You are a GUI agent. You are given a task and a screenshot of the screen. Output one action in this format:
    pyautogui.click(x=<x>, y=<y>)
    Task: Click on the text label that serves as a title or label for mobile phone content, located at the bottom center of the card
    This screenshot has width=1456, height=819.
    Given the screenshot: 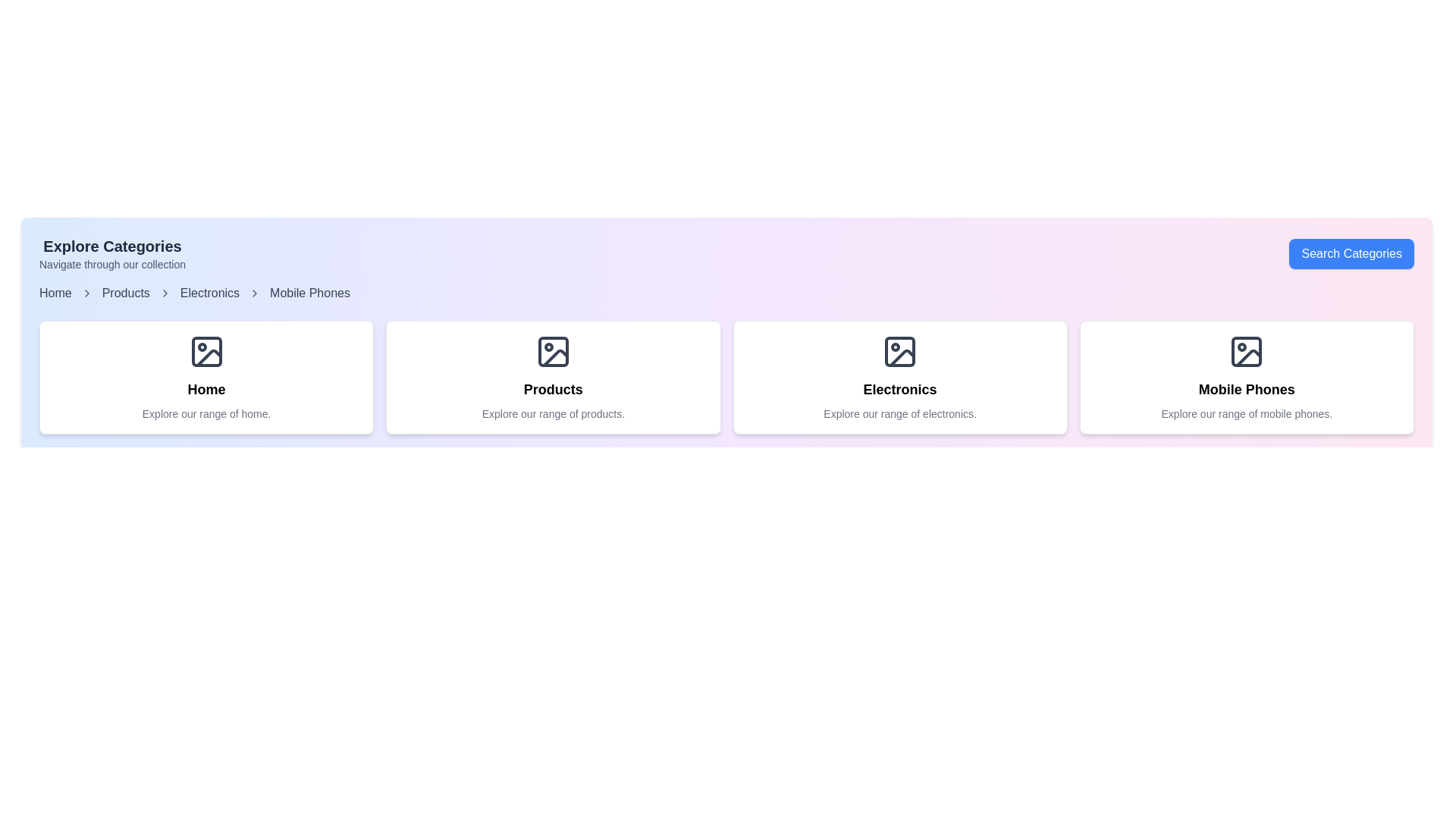 What is the action you would take?
    pyautogui.click(x=1247, y=388)
    